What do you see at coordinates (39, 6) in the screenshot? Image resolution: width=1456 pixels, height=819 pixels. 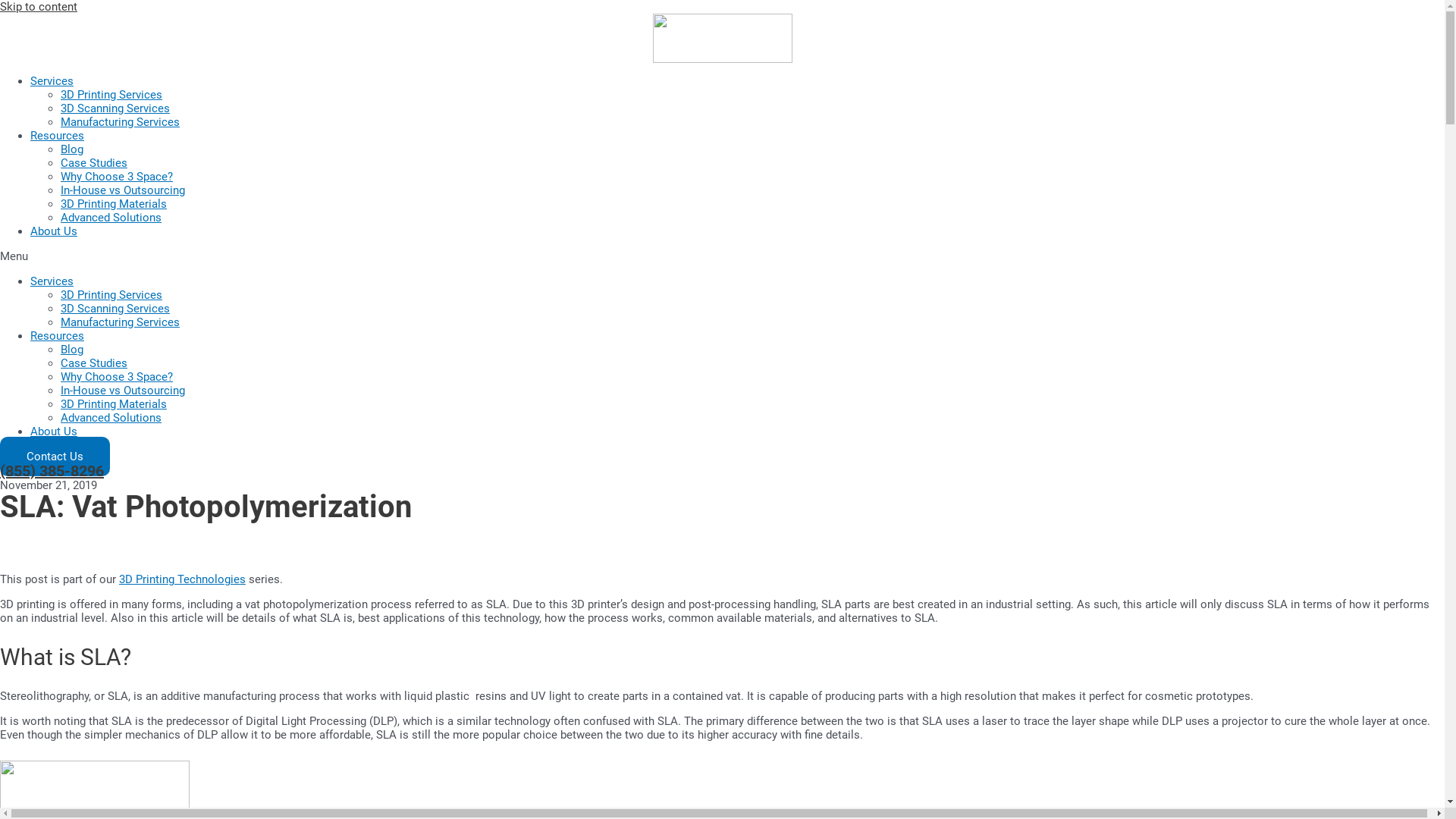 I see `'Skip to content'` at bounding box center [39, 6].